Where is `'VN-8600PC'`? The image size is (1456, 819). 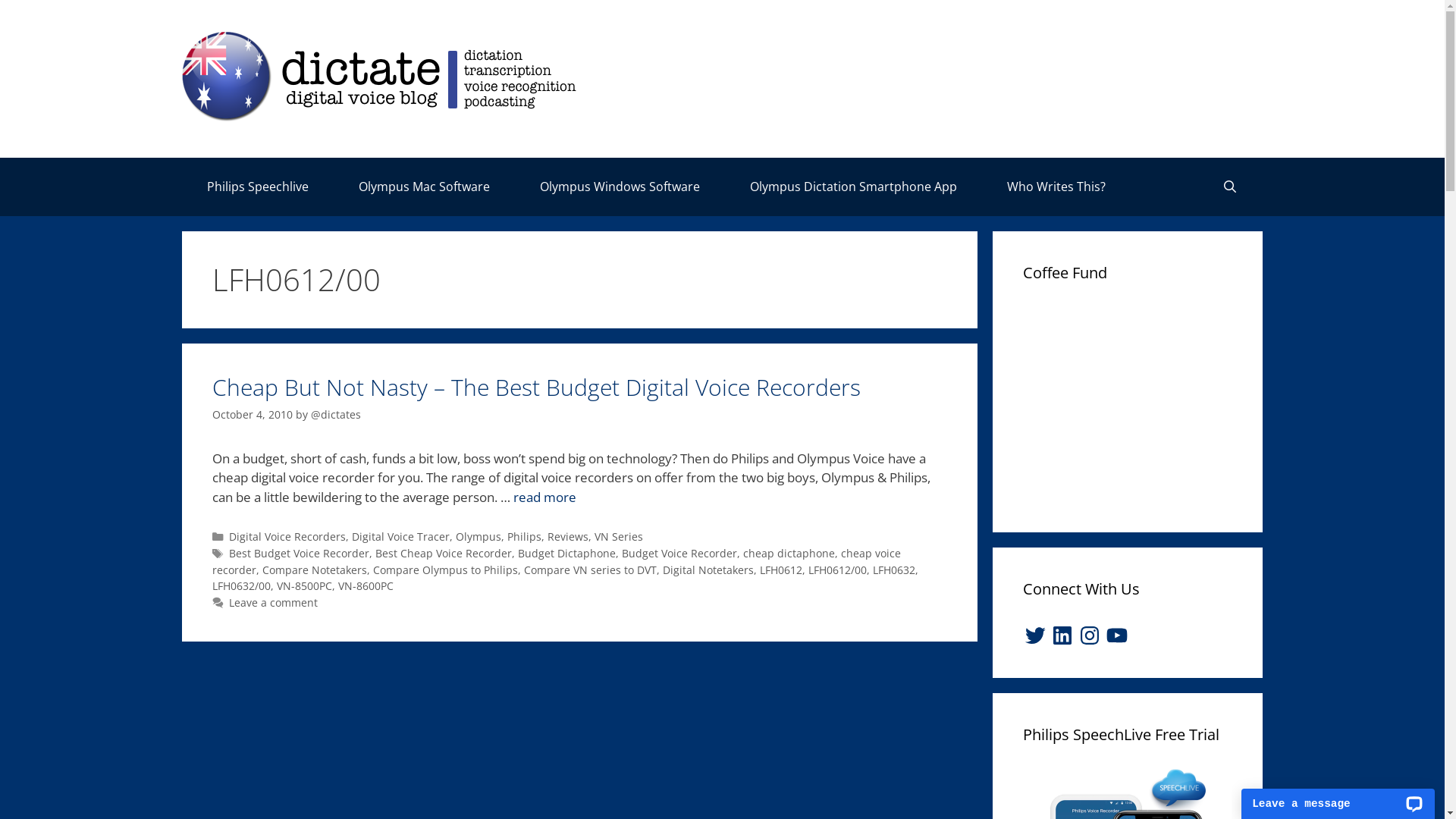
'VN-8600PC' is located at coordinates (366, 585).